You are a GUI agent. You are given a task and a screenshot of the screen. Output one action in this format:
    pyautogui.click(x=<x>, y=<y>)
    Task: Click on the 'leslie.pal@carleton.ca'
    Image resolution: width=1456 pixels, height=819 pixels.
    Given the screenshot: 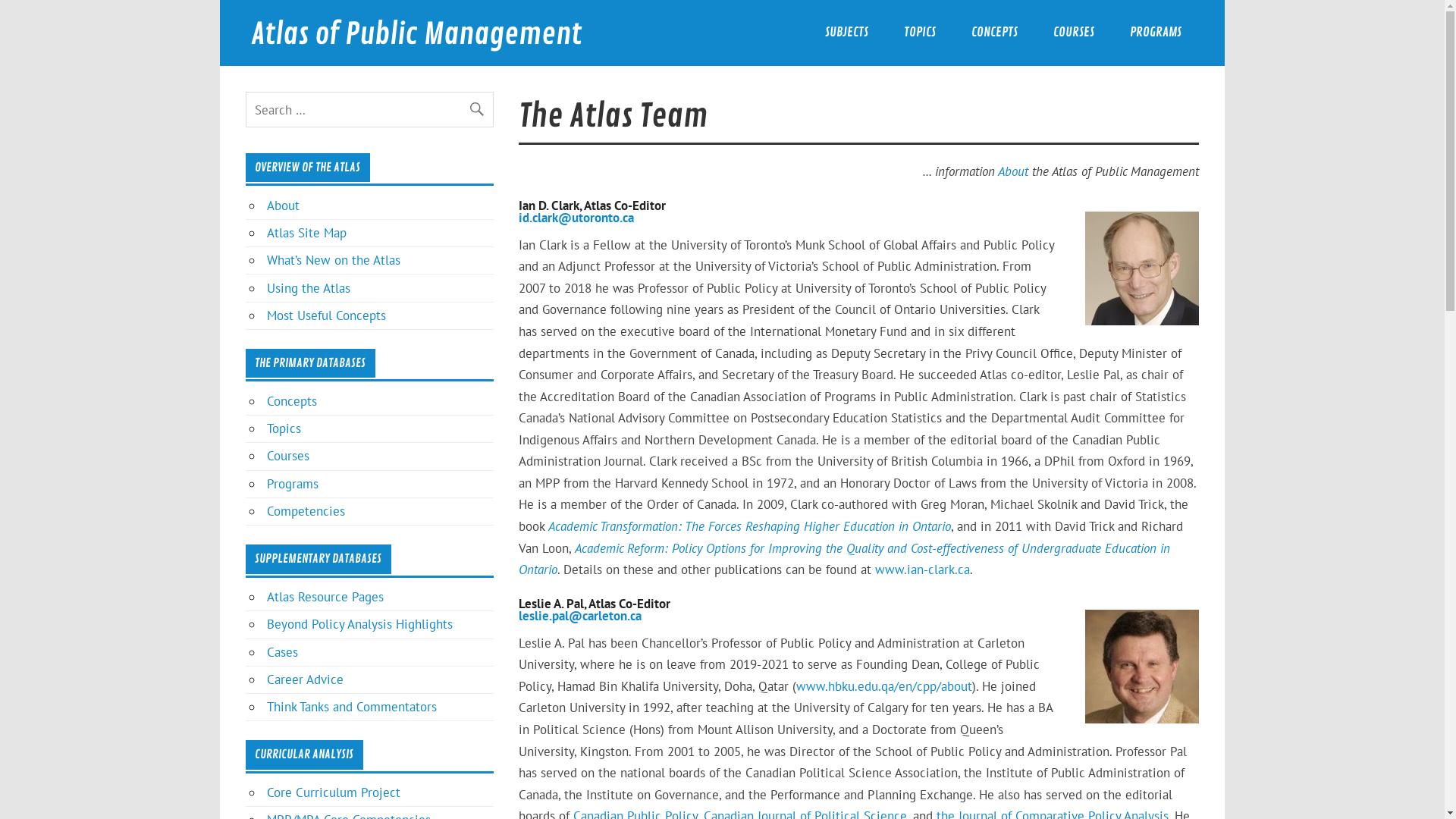 What is the action you would take?
    pyautogui.click(x=519, y=616)
    